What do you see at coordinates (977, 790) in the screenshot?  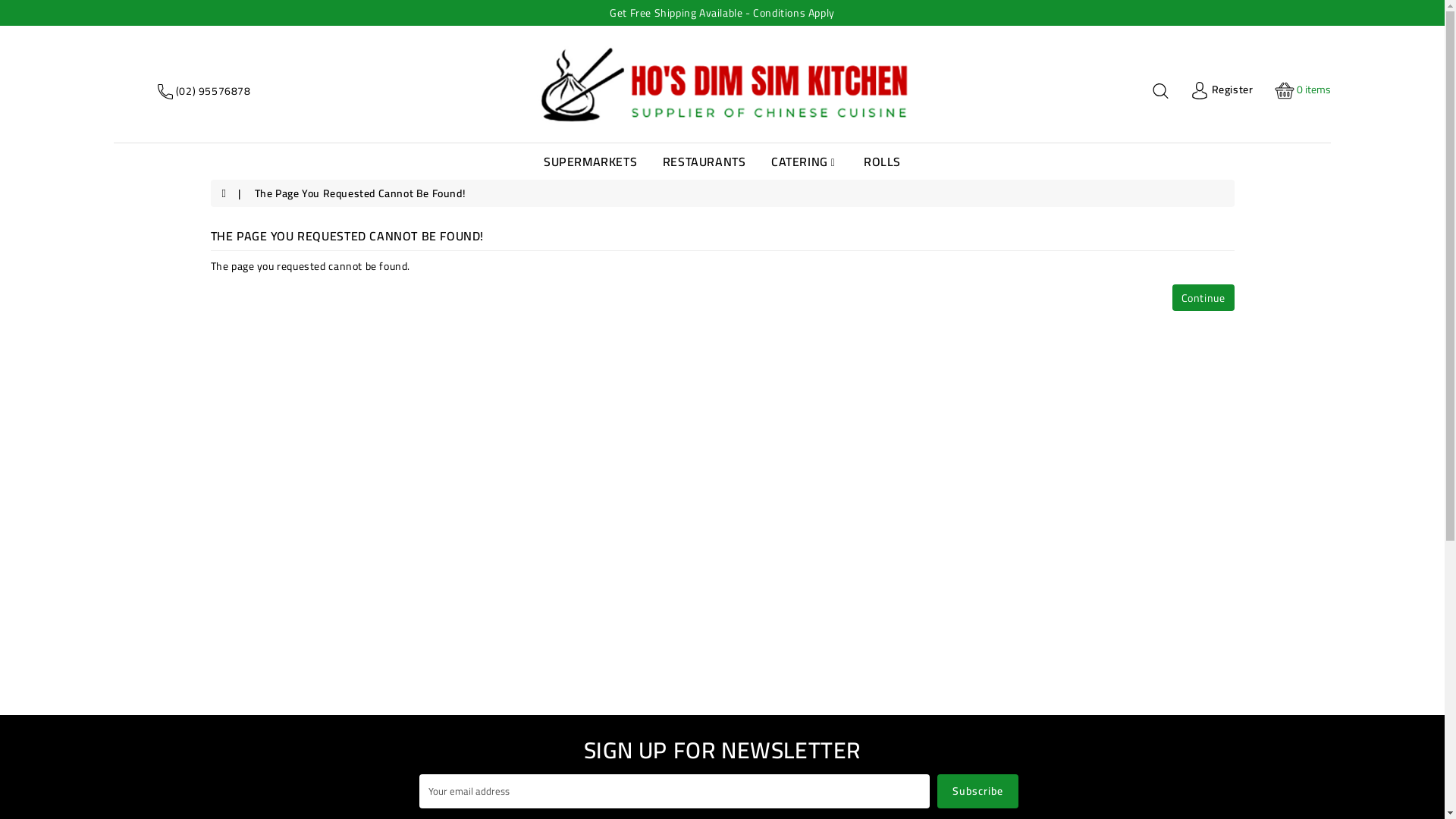 I see `'Subscribe'` at bounding box center [977, 790].